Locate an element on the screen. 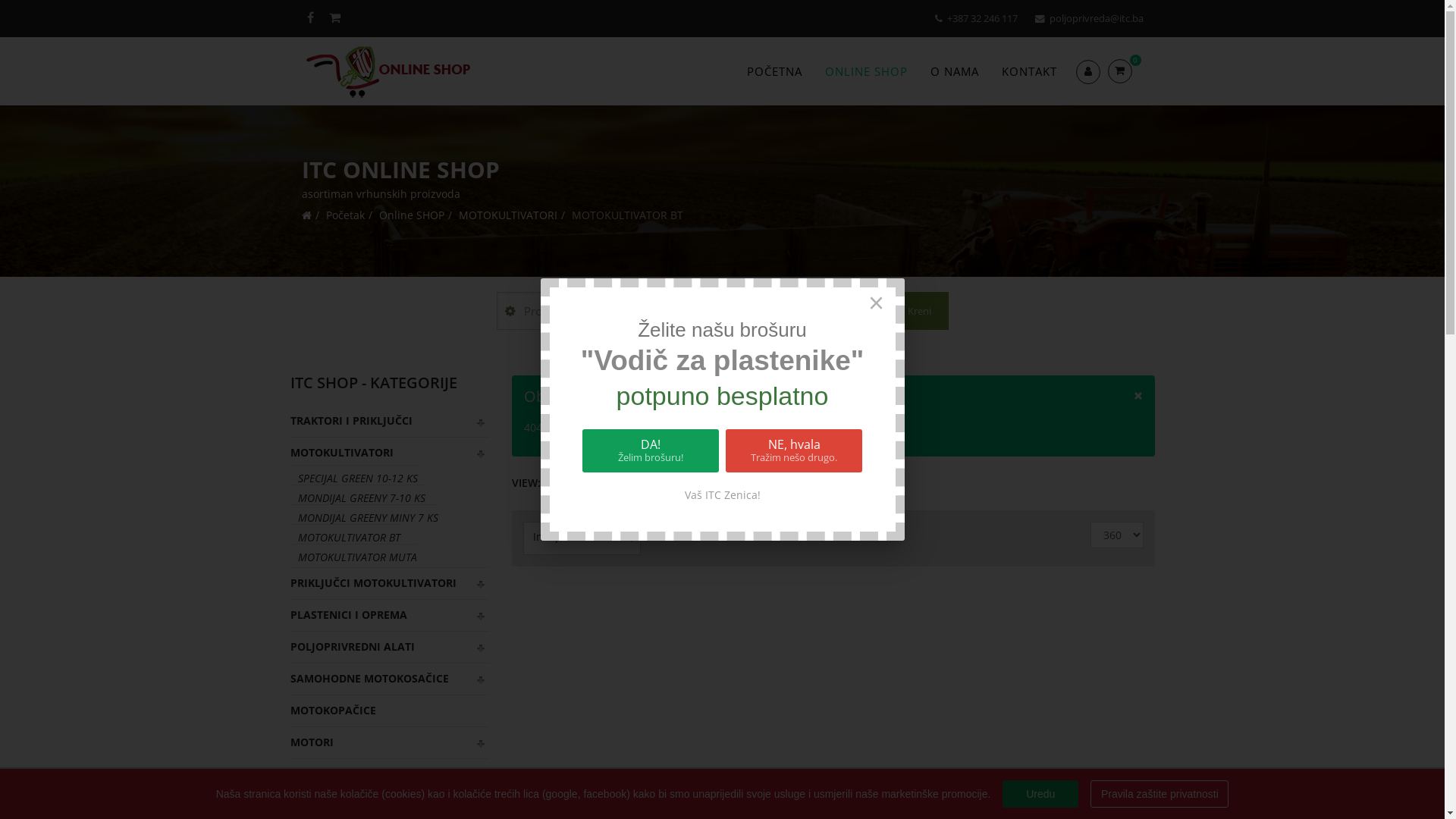  'O NAMA' is located at coordinates (953, 71).